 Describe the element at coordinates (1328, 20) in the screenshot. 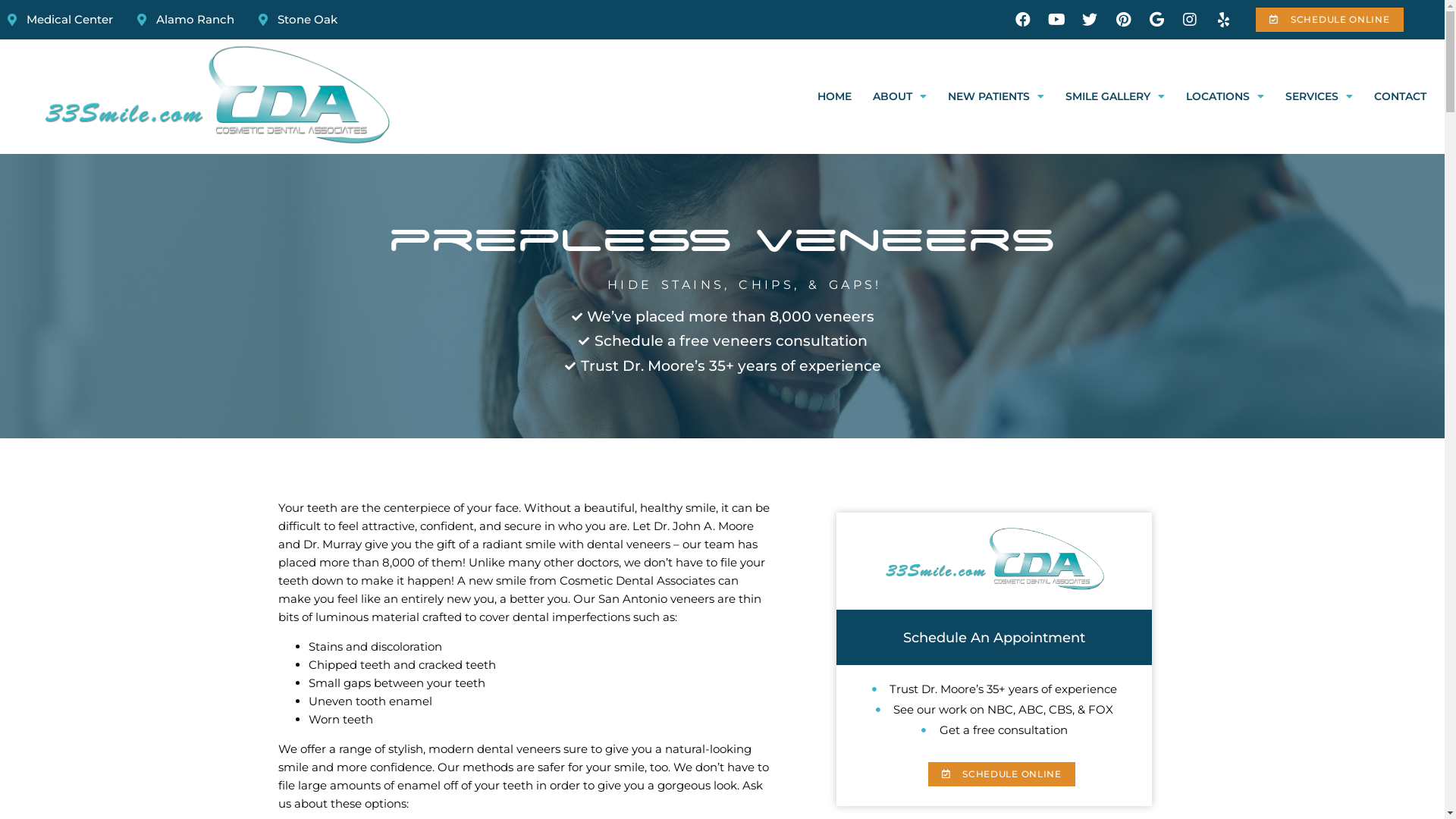

I see `'SCHEDULE ONLINE'` at that location.